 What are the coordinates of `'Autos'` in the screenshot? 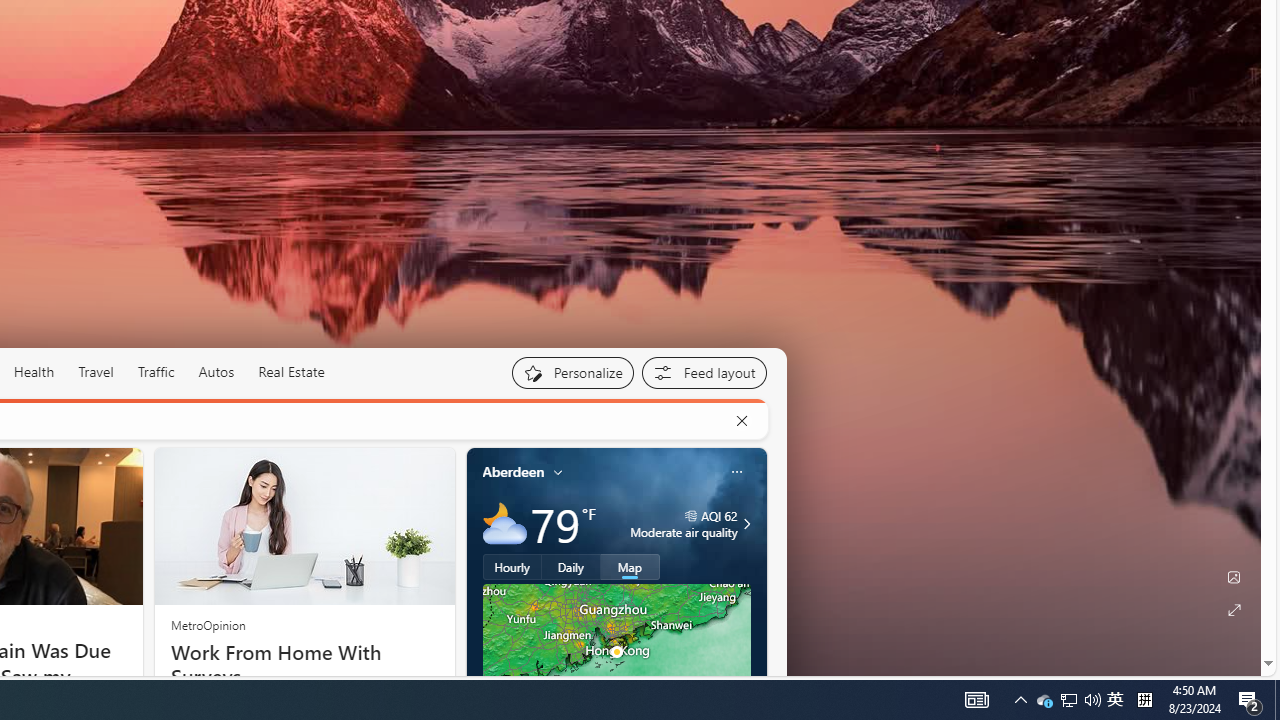 It's located at (216, 372).